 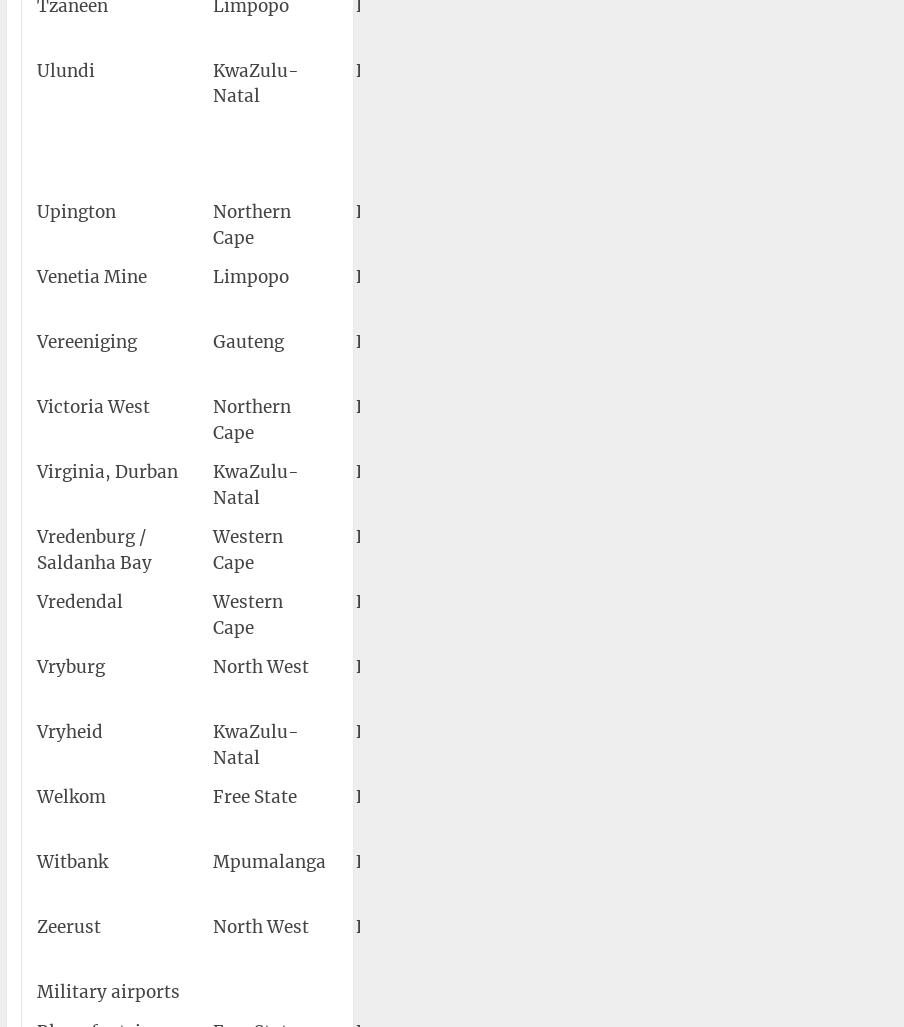 What do you see at coordinates (750, 354) in the screenshot?
I see `'26°34′12″S 027°57′36″E'` at bounding box center [750, 354].